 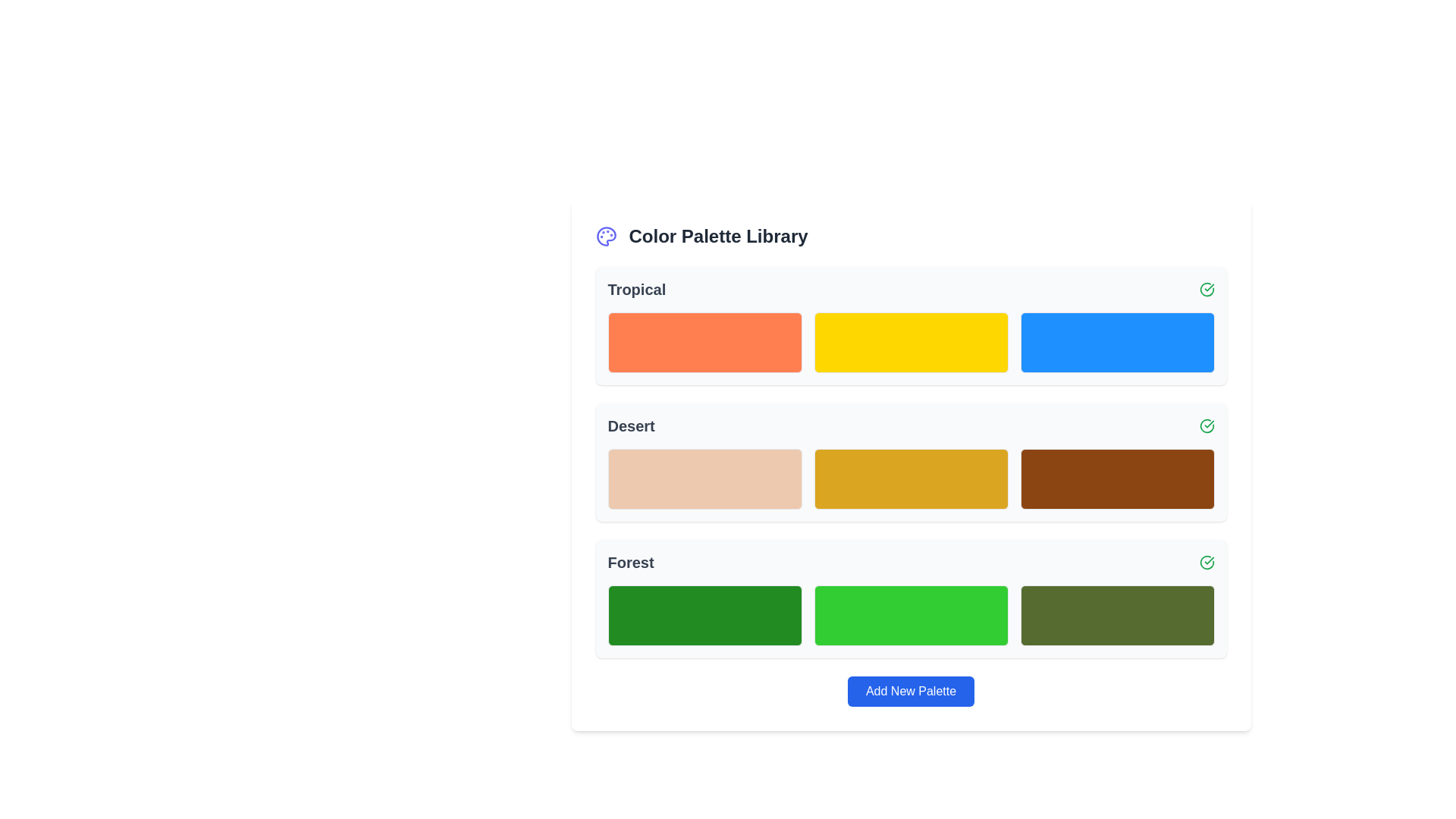 I want to click on the first color display block representing a selectable shade within the 'Forest' palette in the 'Color Palette Library' interface, so click(x=704, y=616).